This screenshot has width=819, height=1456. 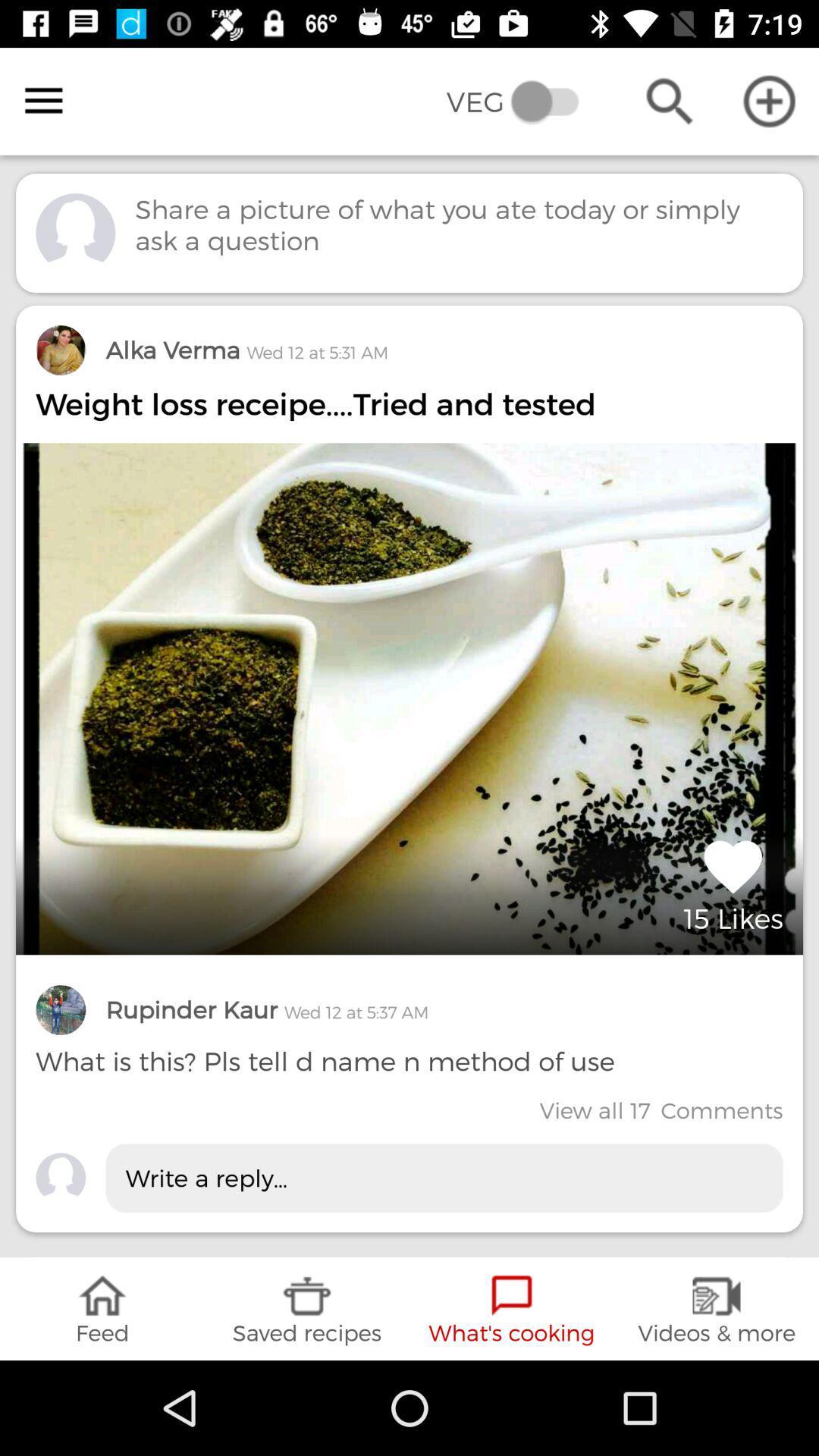 What do you see at coordinates (307, 1308) in the screenshot?
I see `icon to the left of the what's cooking` at bounding box center [307, 1308].